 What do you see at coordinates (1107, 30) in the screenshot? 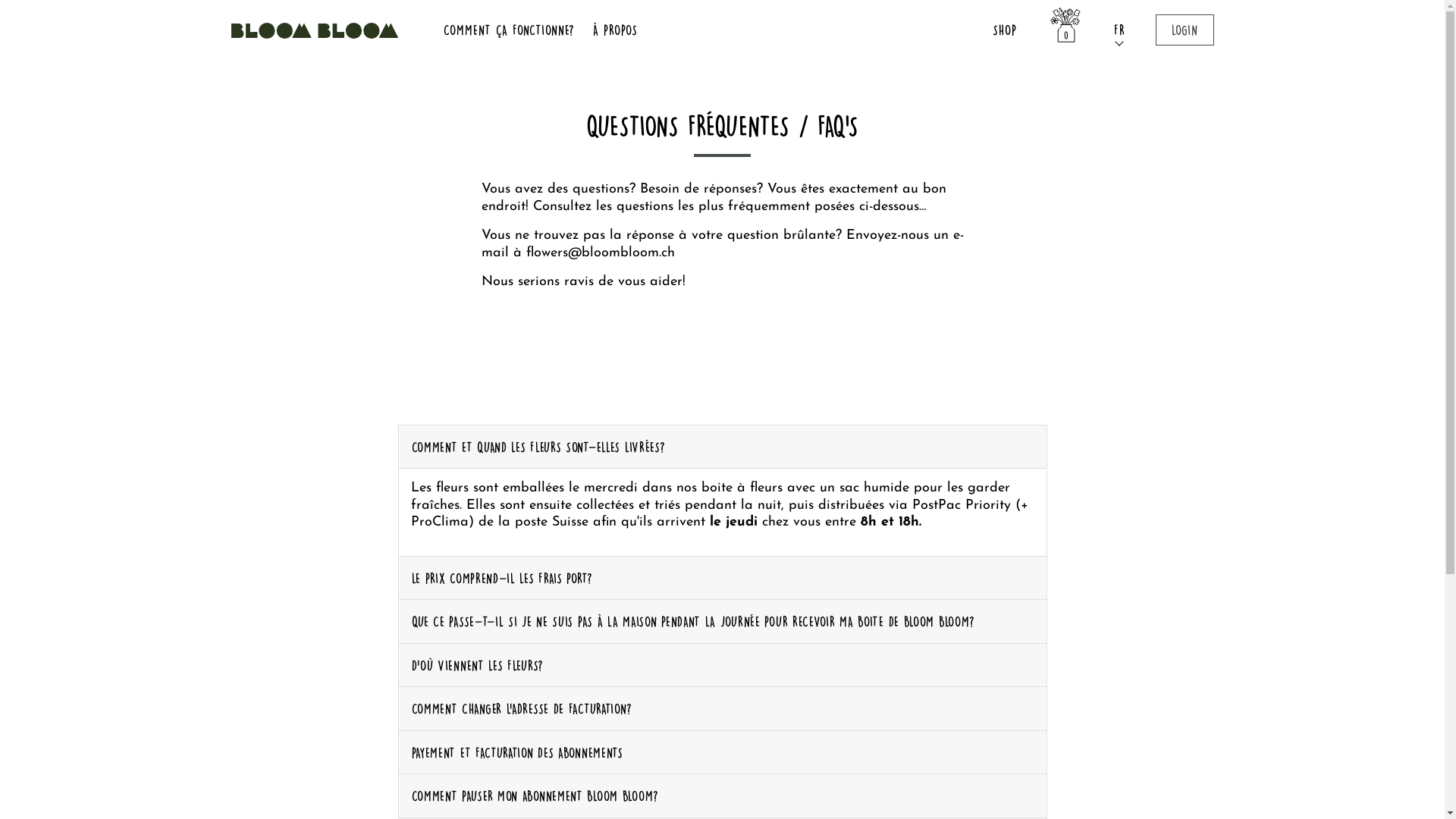
I see `'FR'` at bounding box center [1107, 30].